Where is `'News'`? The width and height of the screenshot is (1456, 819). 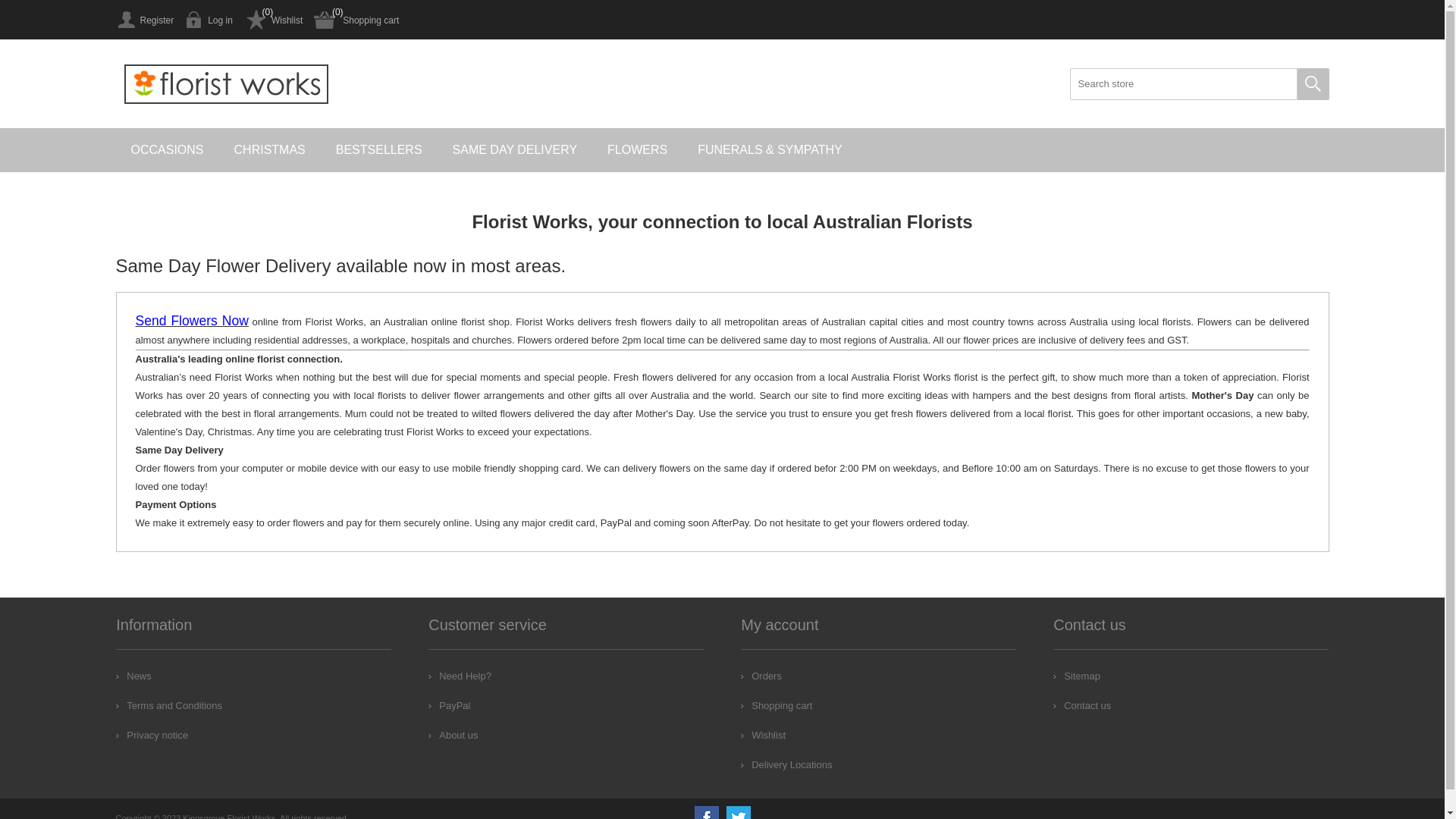 'News' is located at coordinates (133, 675).